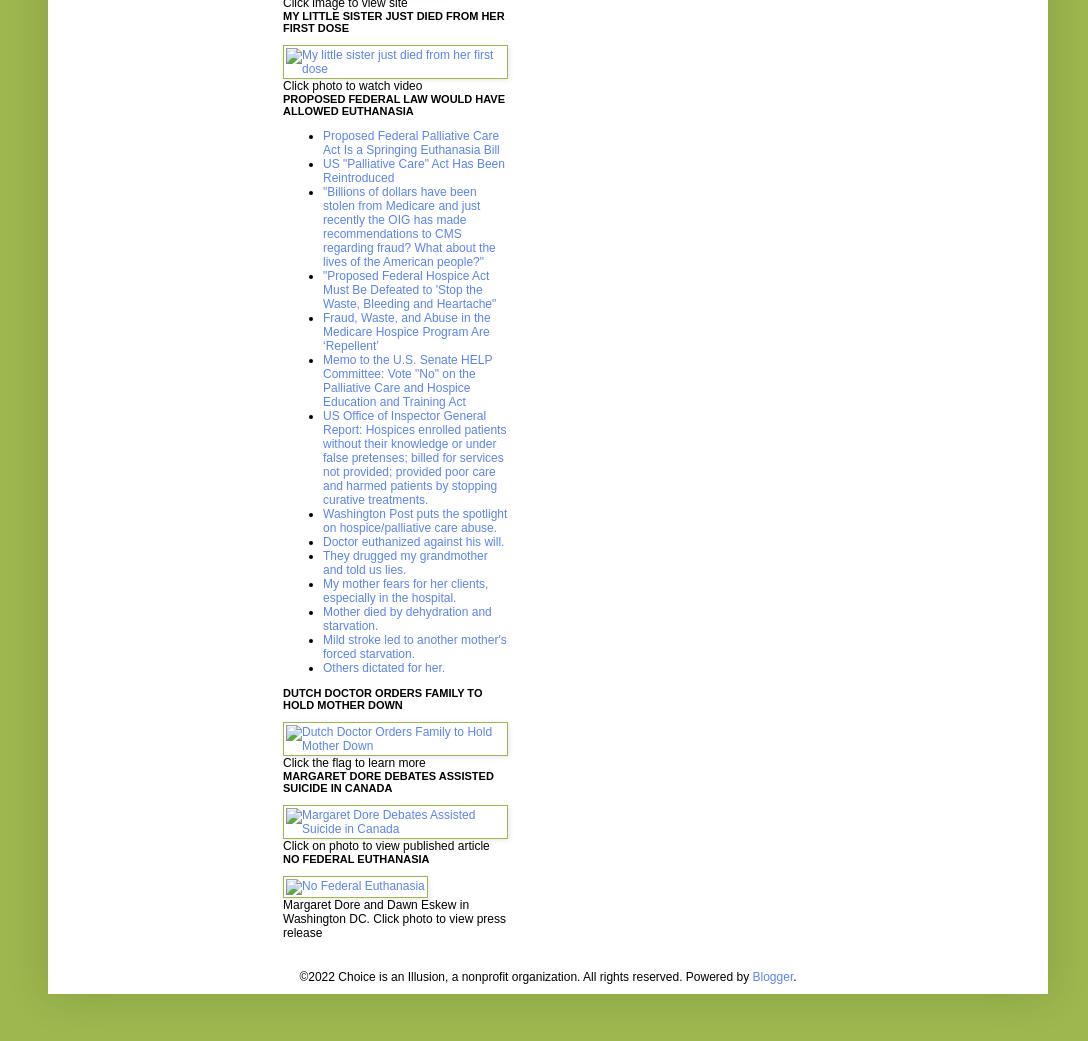  I want to click on 'Doctor euthanized against his will.', so click(323, 542).